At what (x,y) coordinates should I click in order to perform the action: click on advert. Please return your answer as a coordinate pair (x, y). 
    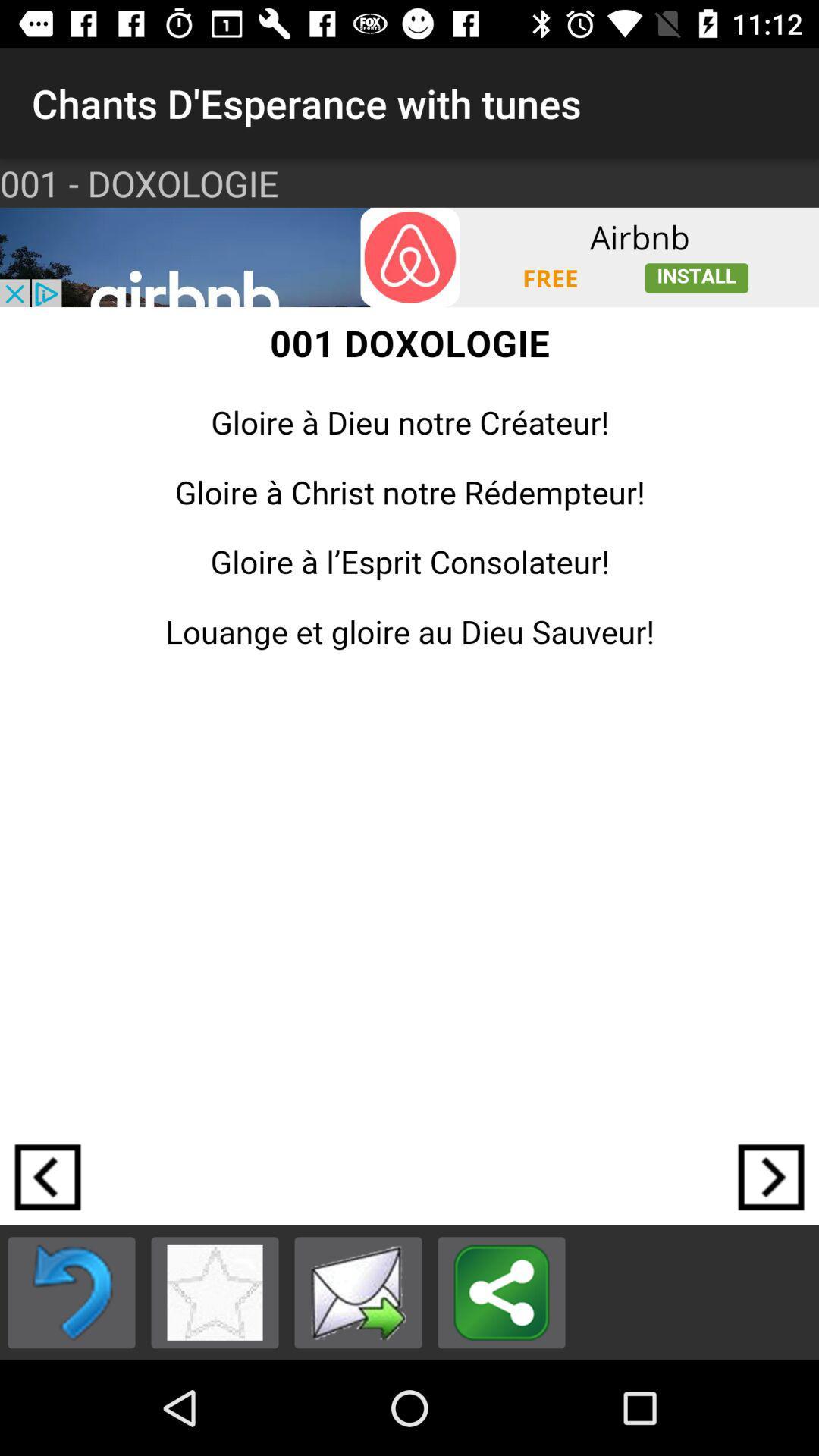
    Looking at the image, I should click on (409, 257).